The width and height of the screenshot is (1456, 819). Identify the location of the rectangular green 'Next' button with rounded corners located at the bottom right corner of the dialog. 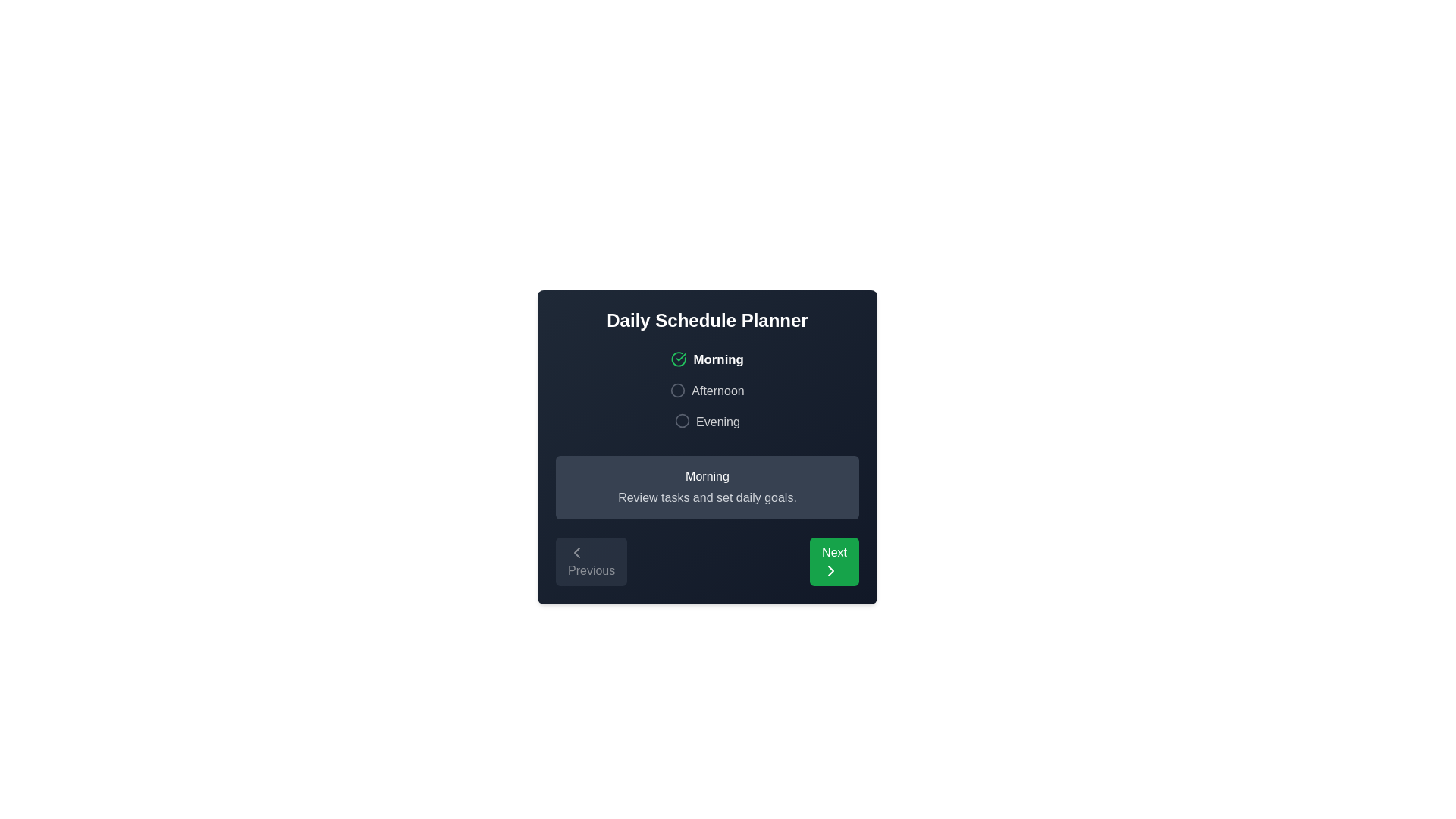
(833, 562).